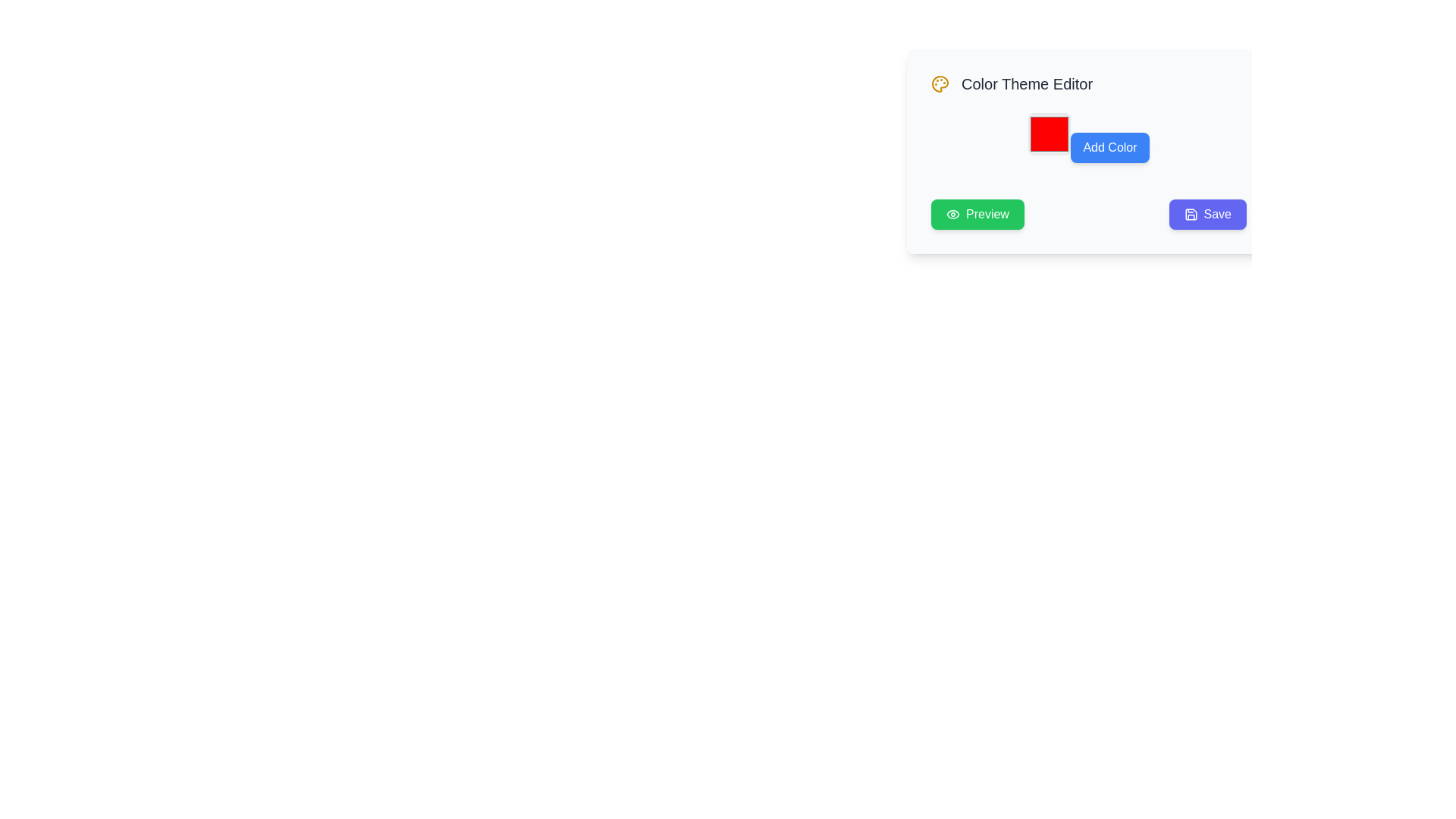 The image size is (1456, 819). I want to click on the floppy disk icon located in the bottom-right corner of the small UI card, next to the 'Save' button with a purple background, so click(1190, 214).